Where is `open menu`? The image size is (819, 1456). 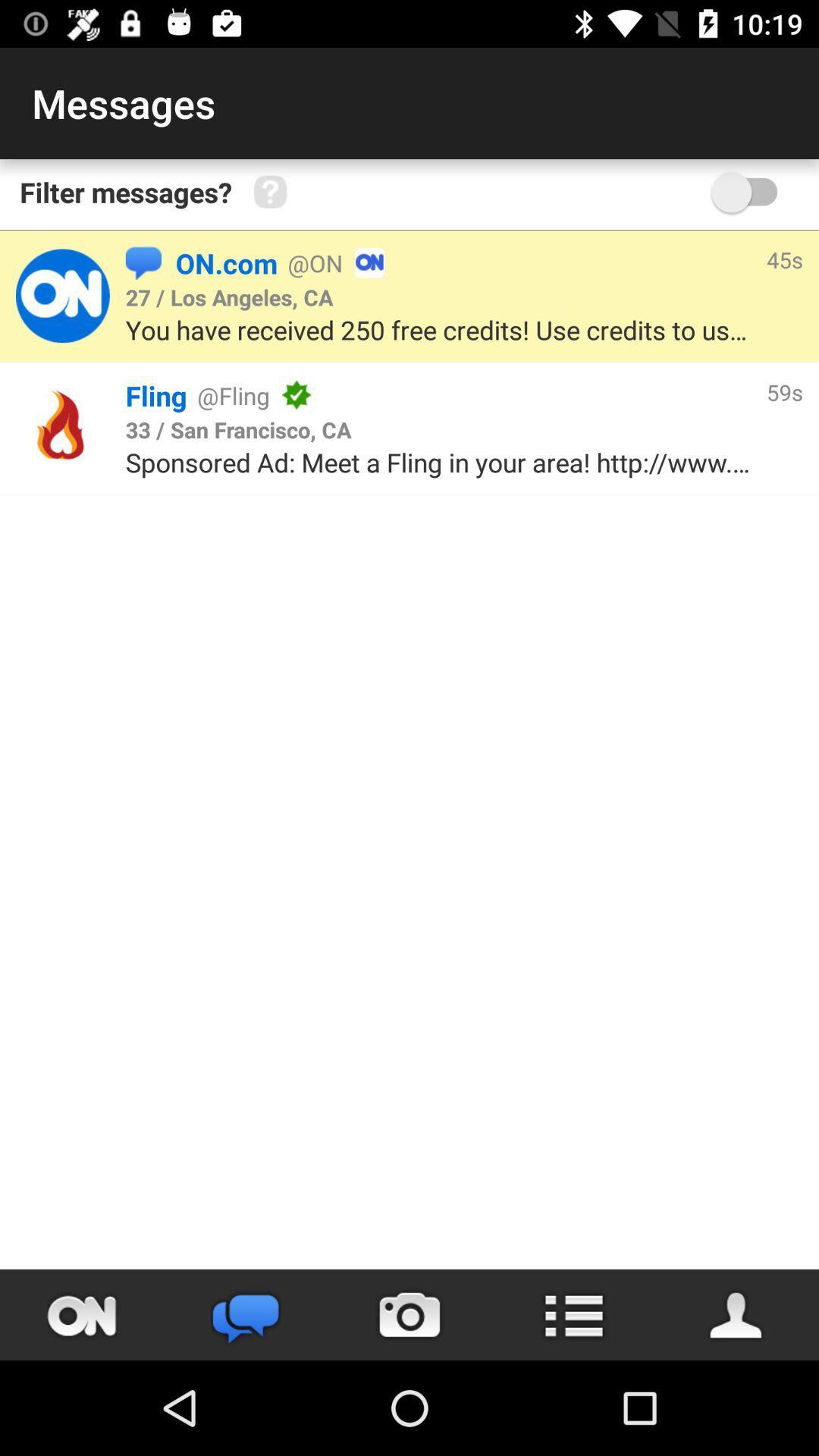 open menu is located at coordinates (573, 1314).